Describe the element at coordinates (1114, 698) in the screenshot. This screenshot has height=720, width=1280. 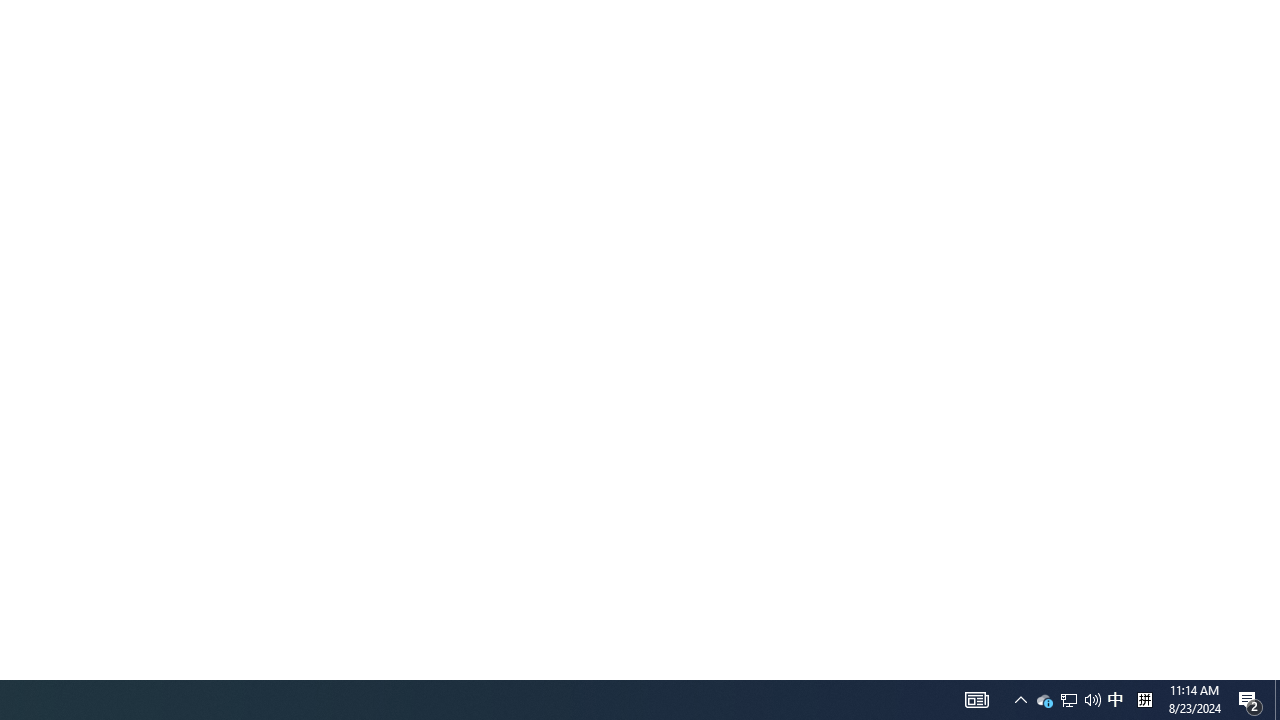
I see `'Q2790: 100%'` at that location.